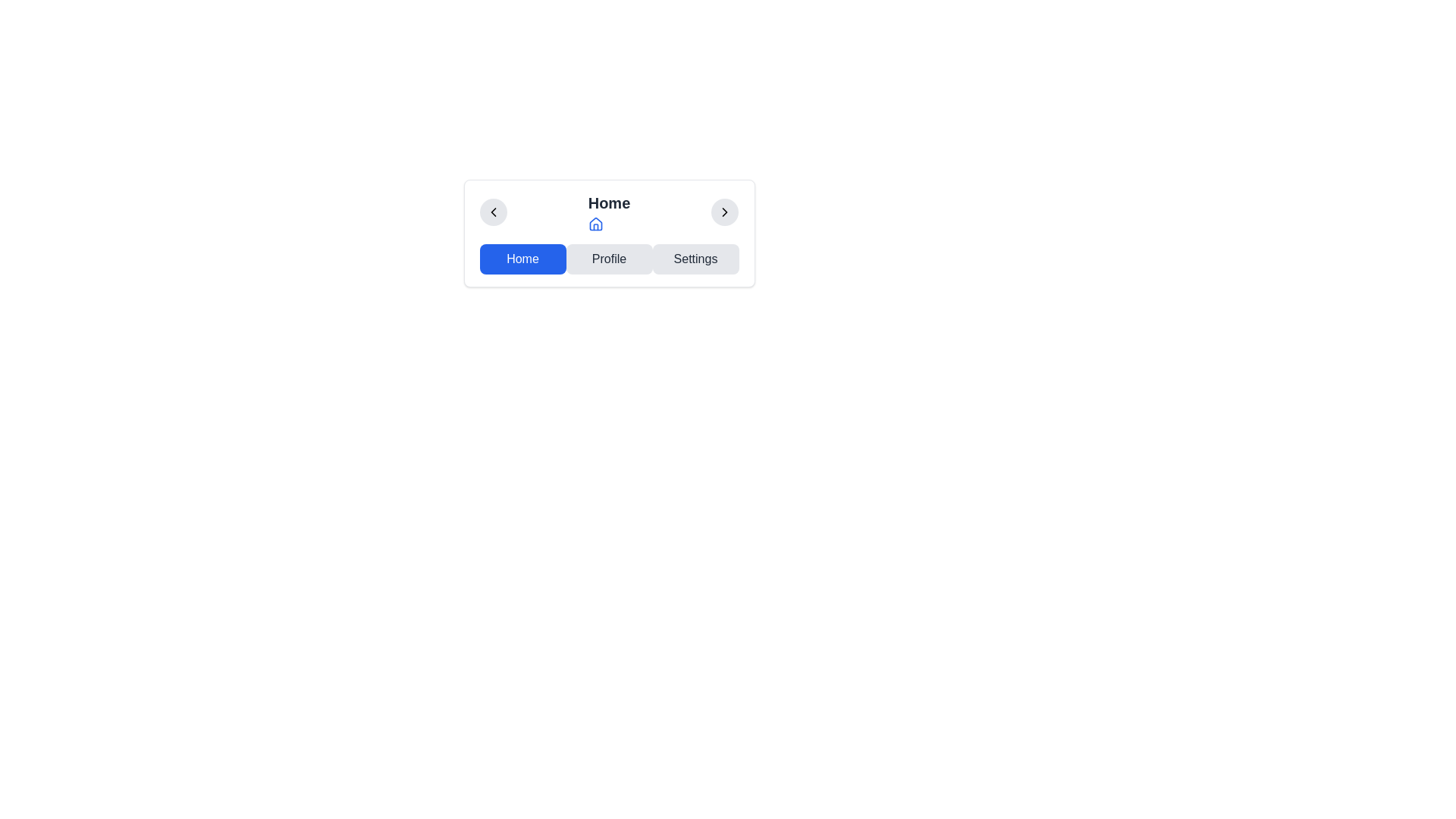  I want to click on the left-facing arrow icon located in the circular area on the far left side of the navigation header, so click(493, 212).